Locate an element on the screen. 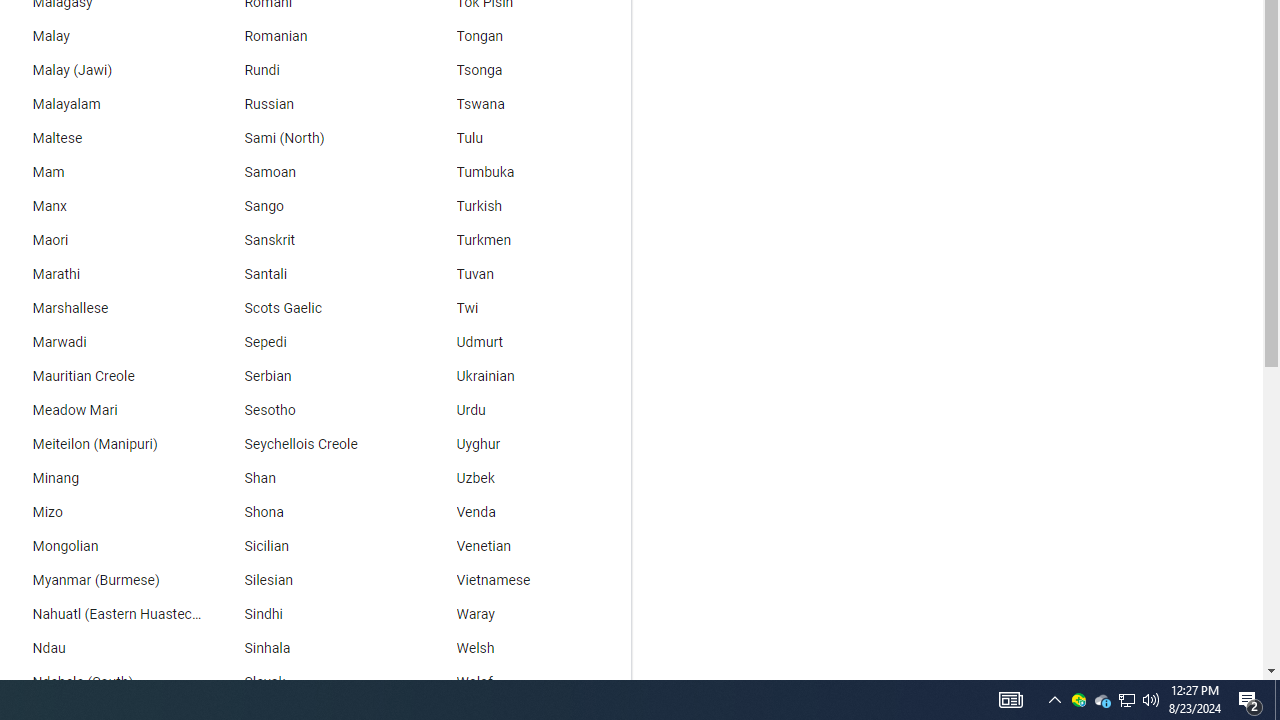 The width and height of the screenshot is (1280, 720). 'Tongan' is located at coordinates (525, 37).